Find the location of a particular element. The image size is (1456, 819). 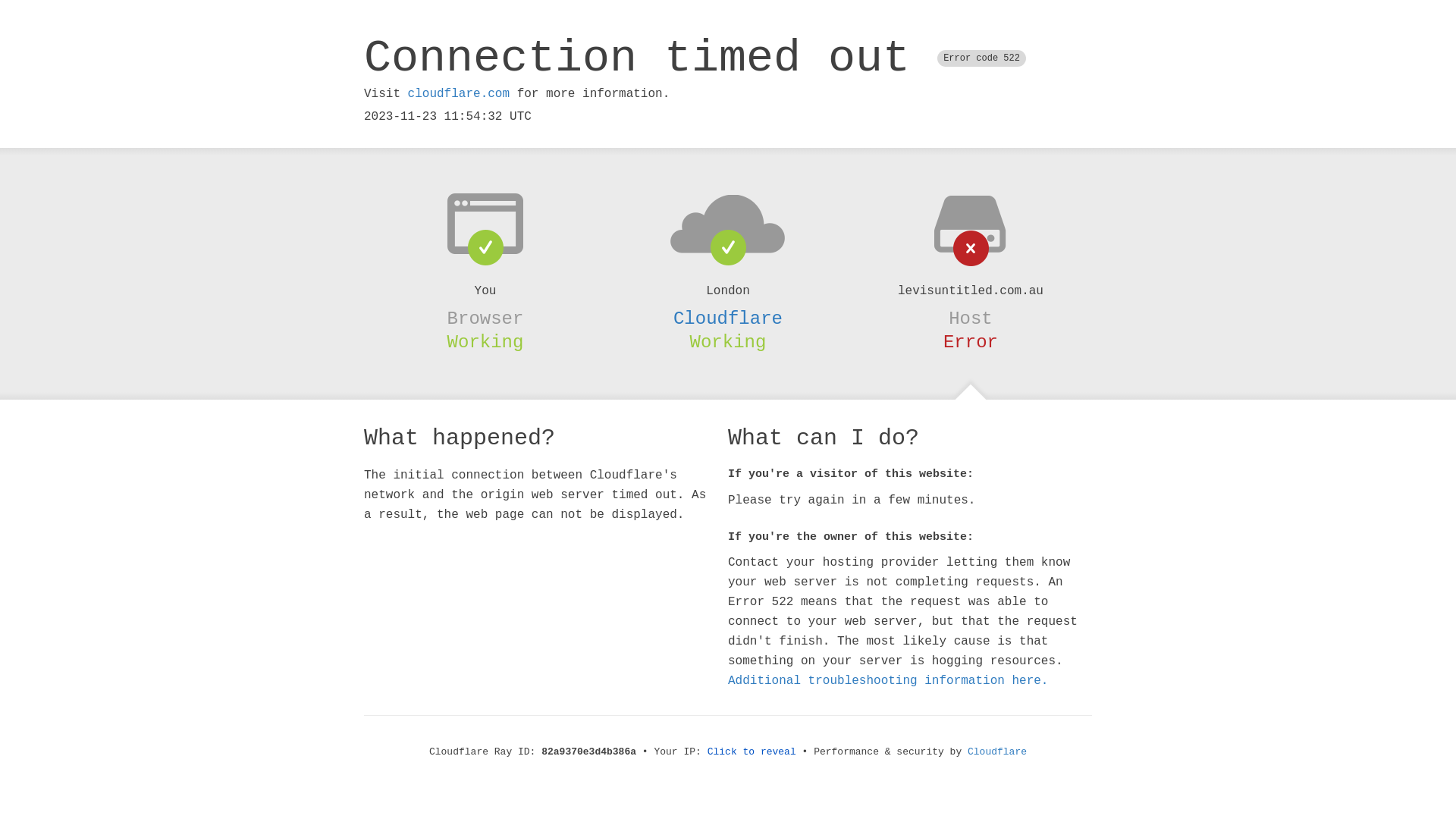

'Additional troubleshooting information here.' is located at coordinates (888, 680).